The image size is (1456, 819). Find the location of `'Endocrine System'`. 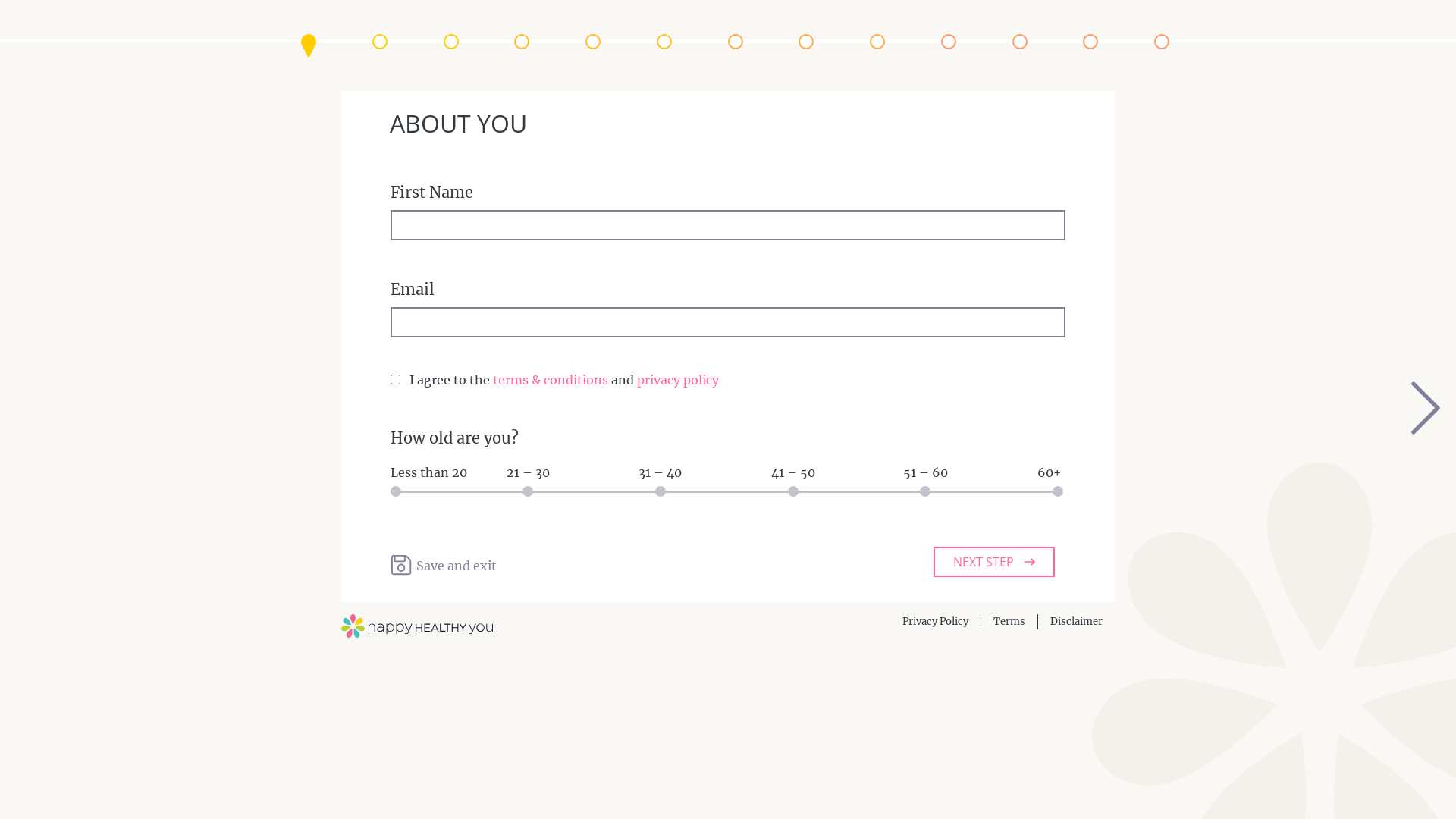

'Endocrine System' is located at coordinates (521, 40).